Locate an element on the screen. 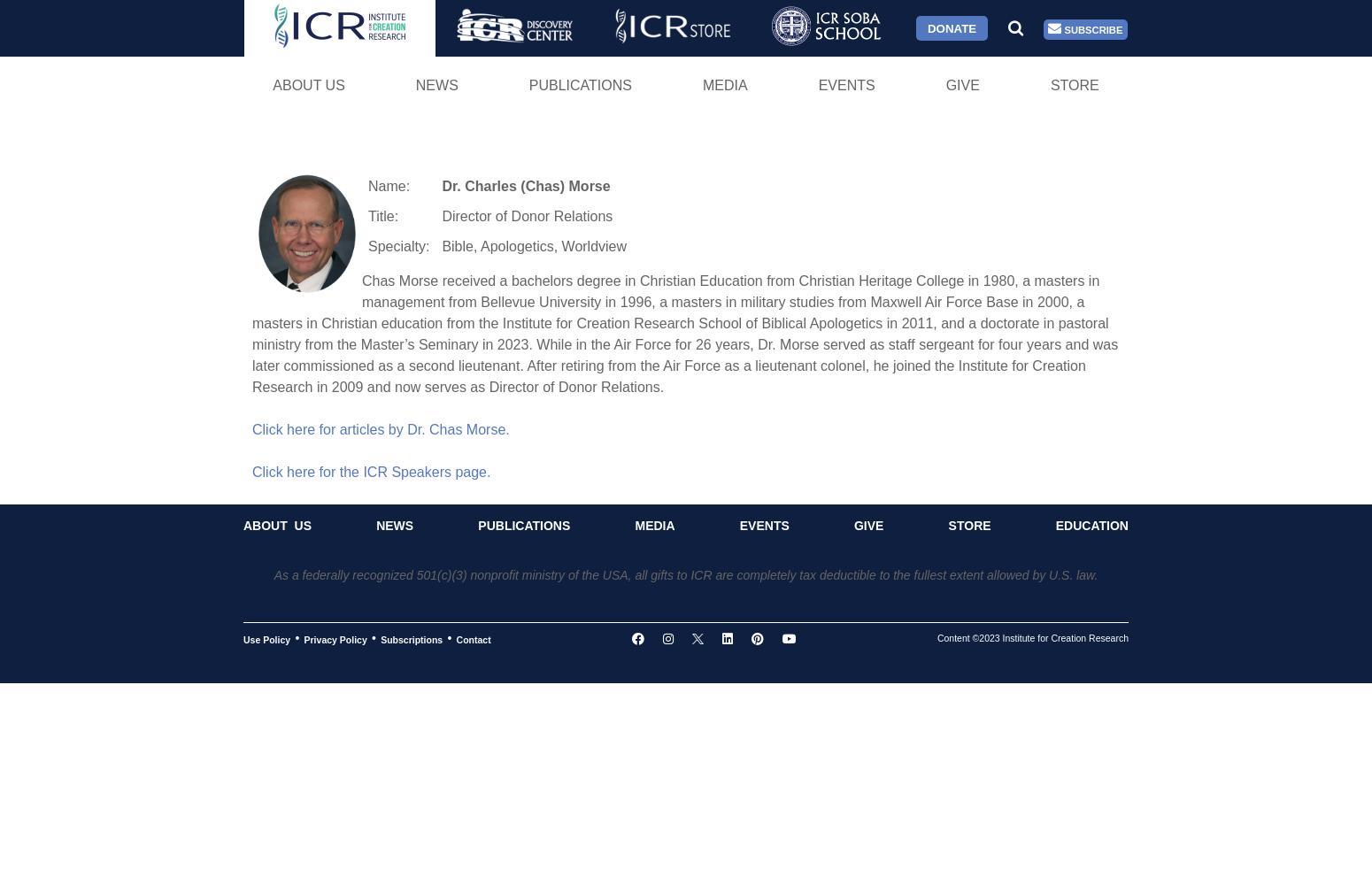  'Subscriptions' is located at coordinates (412, 638).